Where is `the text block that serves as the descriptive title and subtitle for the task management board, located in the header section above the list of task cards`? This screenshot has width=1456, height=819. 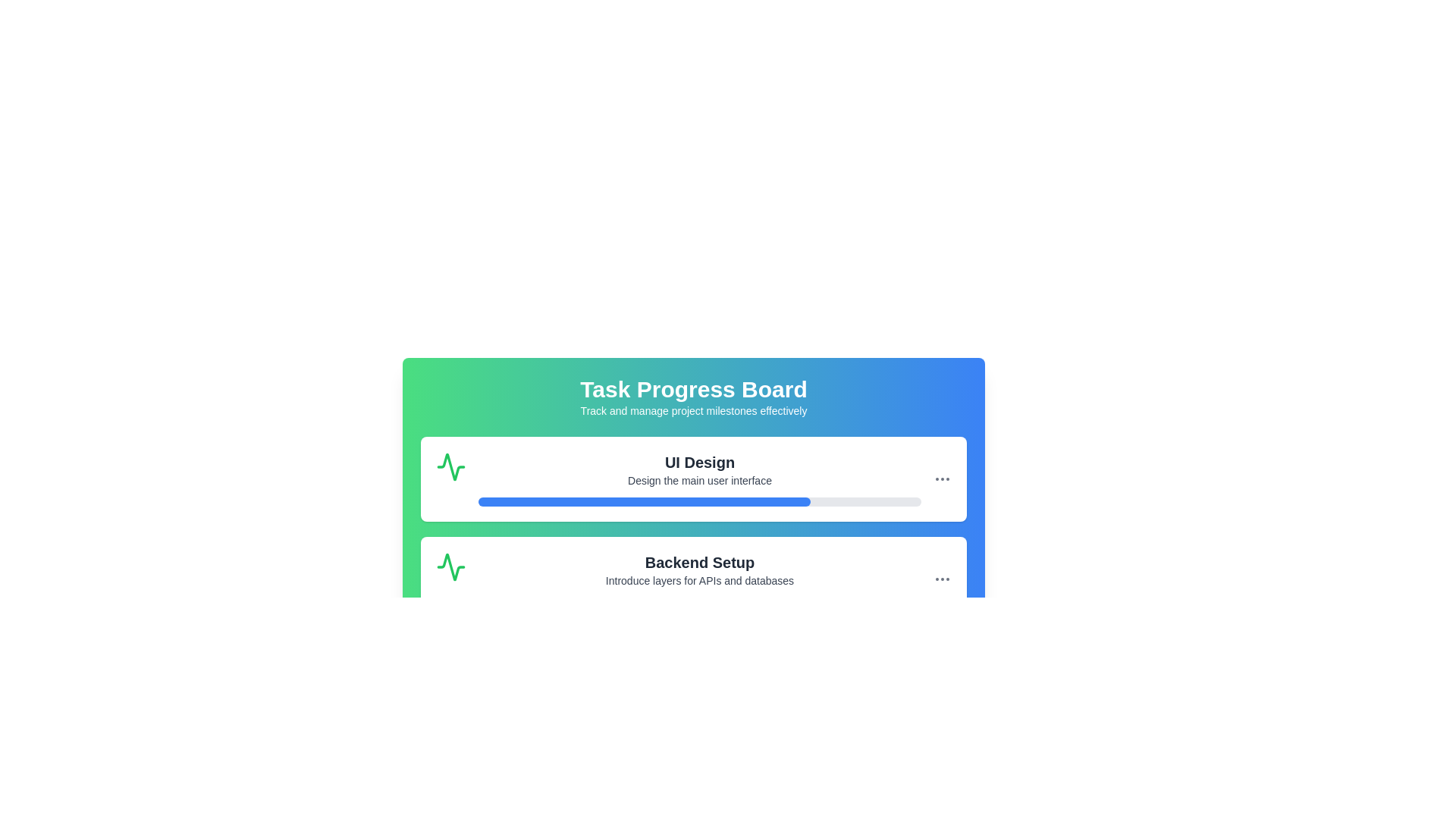 the text block that serves as the descriptive title and subtitle for the task management board, located in the header section above the list of task cards is located at coordinates (693, 397).